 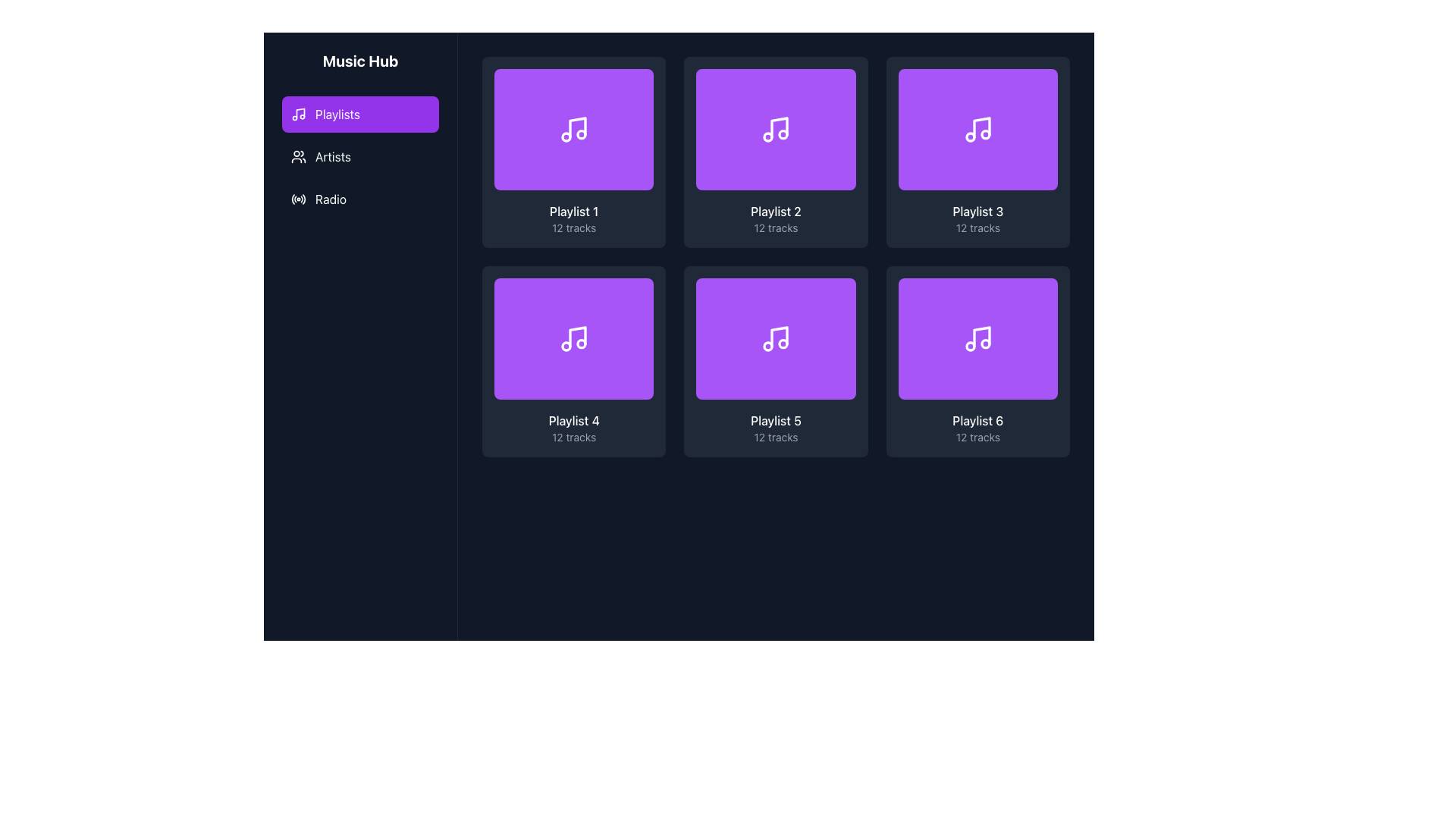 I want to click on the icon representing 'Playlist 4' in the second row, first column of the playlist grid, so click(x=577, y=336).